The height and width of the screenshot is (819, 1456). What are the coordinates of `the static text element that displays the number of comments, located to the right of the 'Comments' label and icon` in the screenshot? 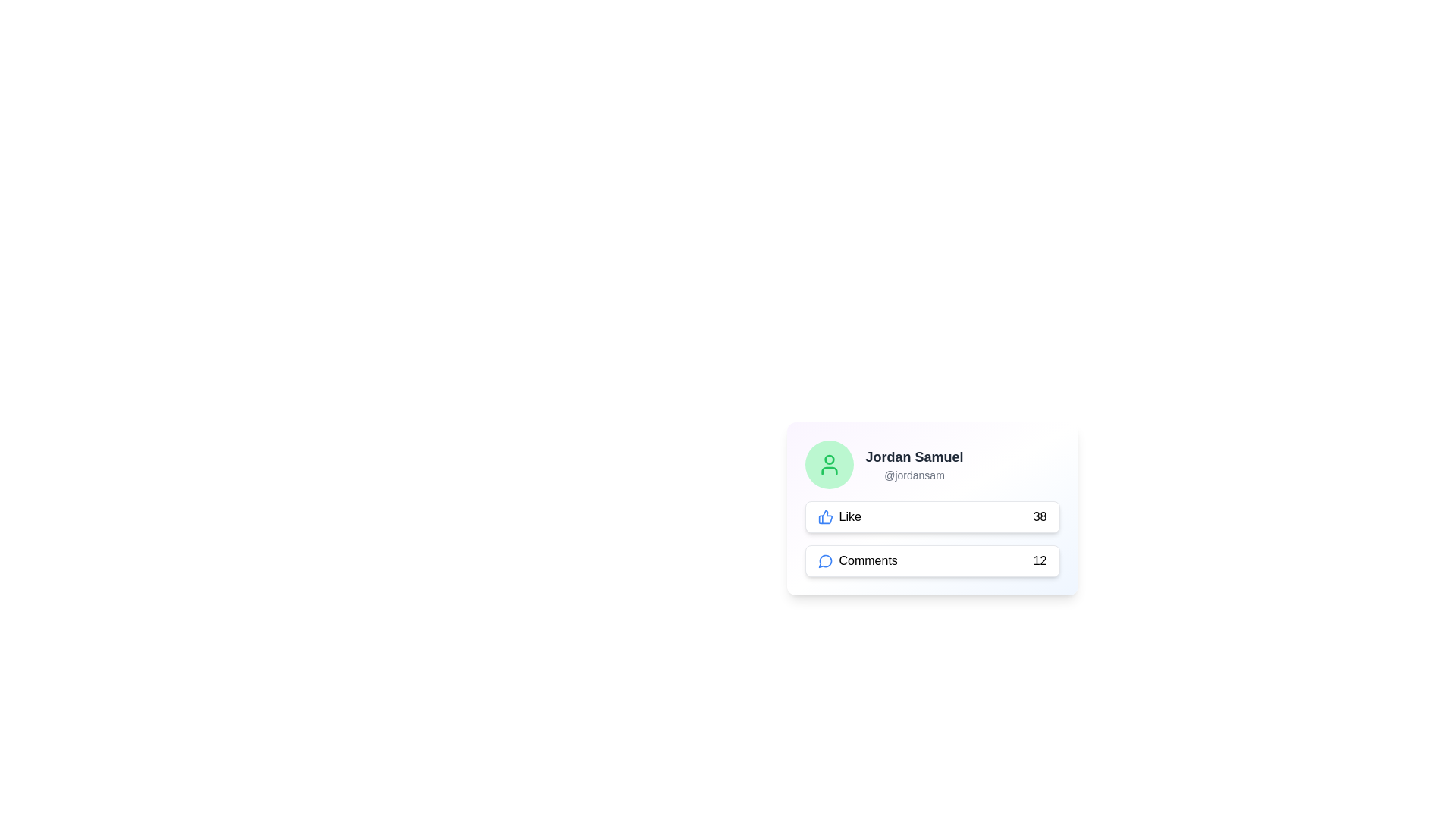 It's located at (1039, 561).